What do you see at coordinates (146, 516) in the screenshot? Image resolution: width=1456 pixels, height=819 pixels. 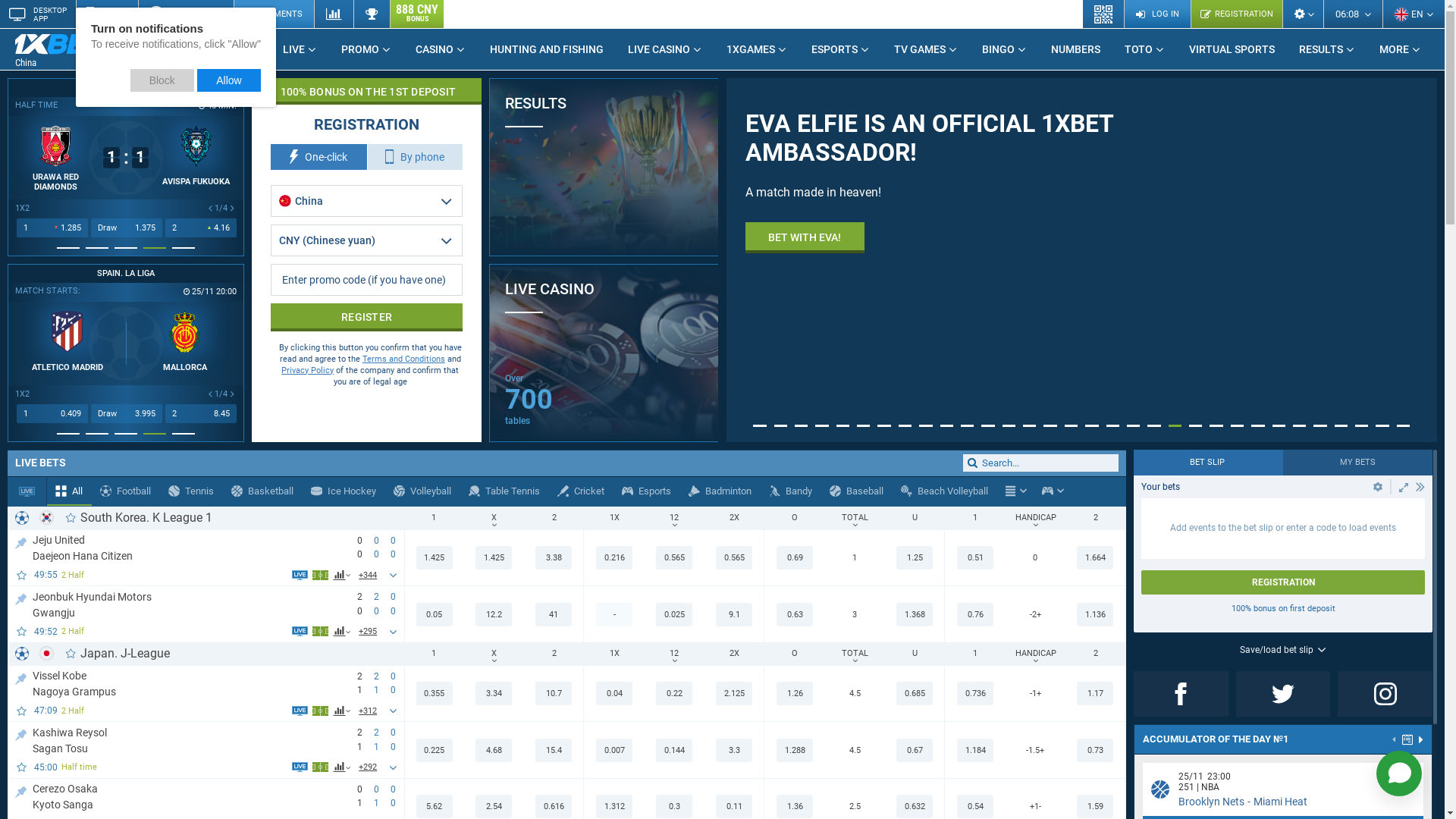 I see `'South Korea. K League 1'` at bounding box center [146, 516].